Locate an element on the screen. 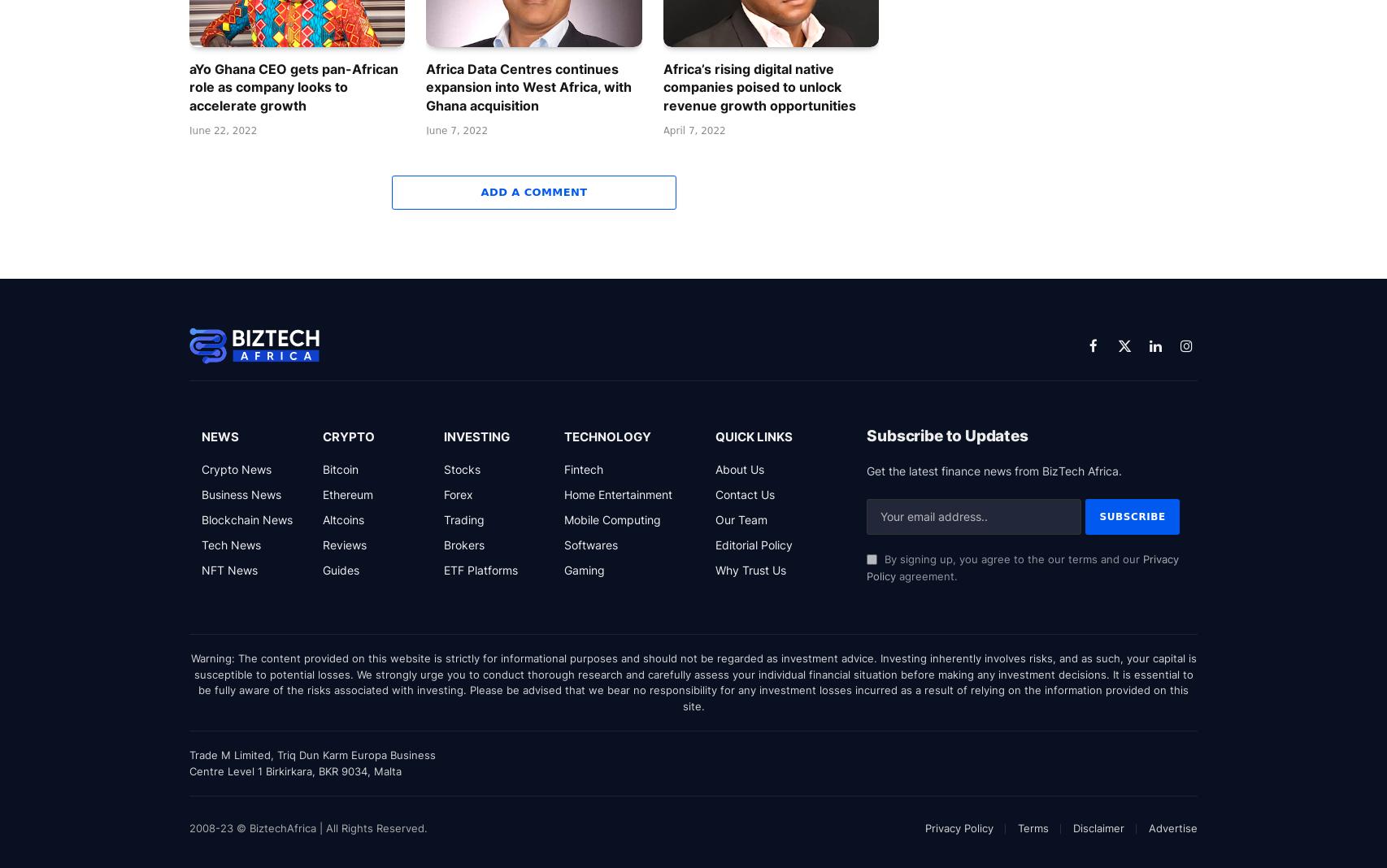 The height and width of the screenshot is (868, 1387). 'Brokers' is located at coordinates (462, 544).